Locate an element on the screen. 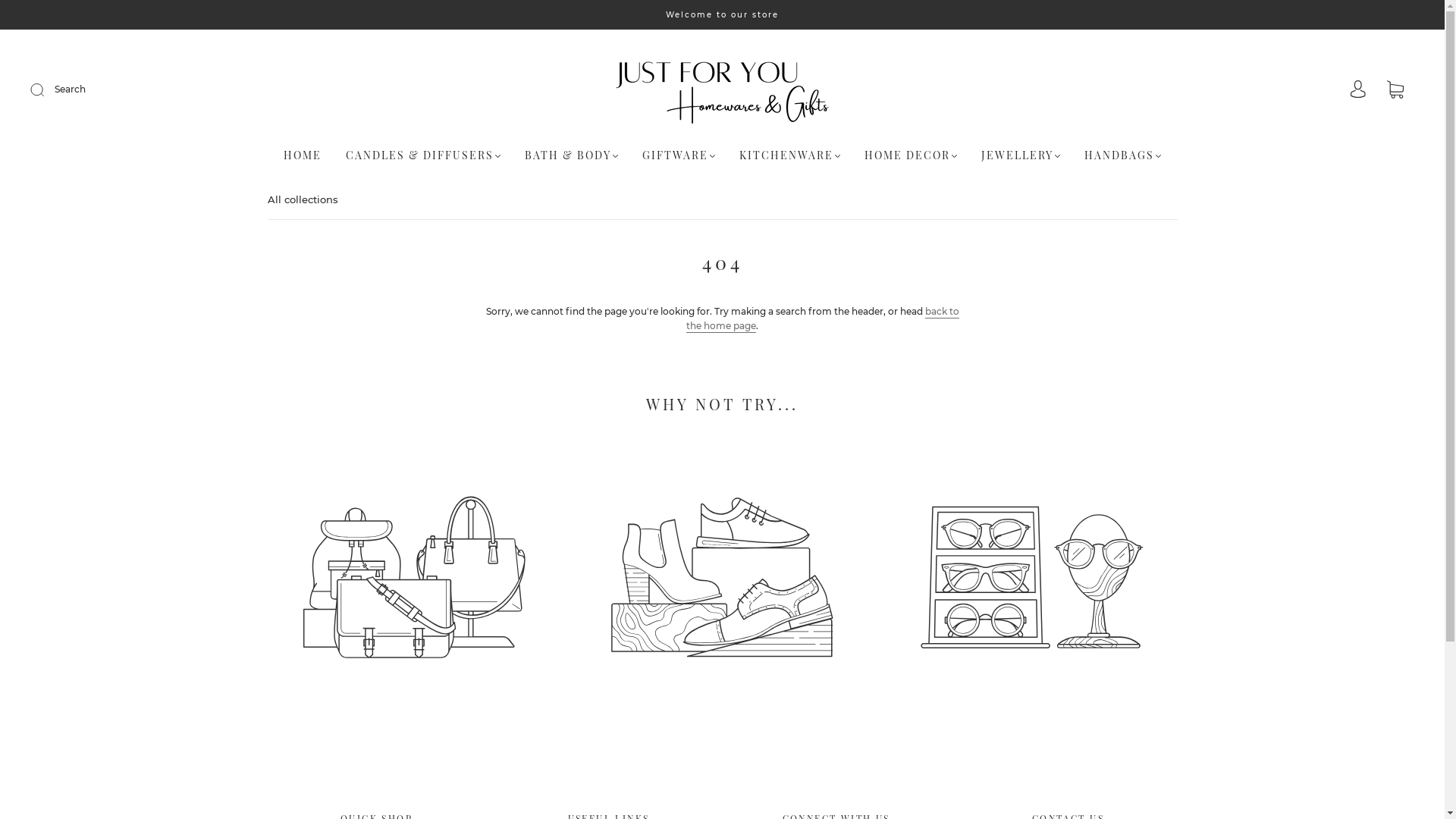 This screenshot has height=819, width=1456. 'CANDLES & DIFFUSERS' is located at coordinates (422, 155).